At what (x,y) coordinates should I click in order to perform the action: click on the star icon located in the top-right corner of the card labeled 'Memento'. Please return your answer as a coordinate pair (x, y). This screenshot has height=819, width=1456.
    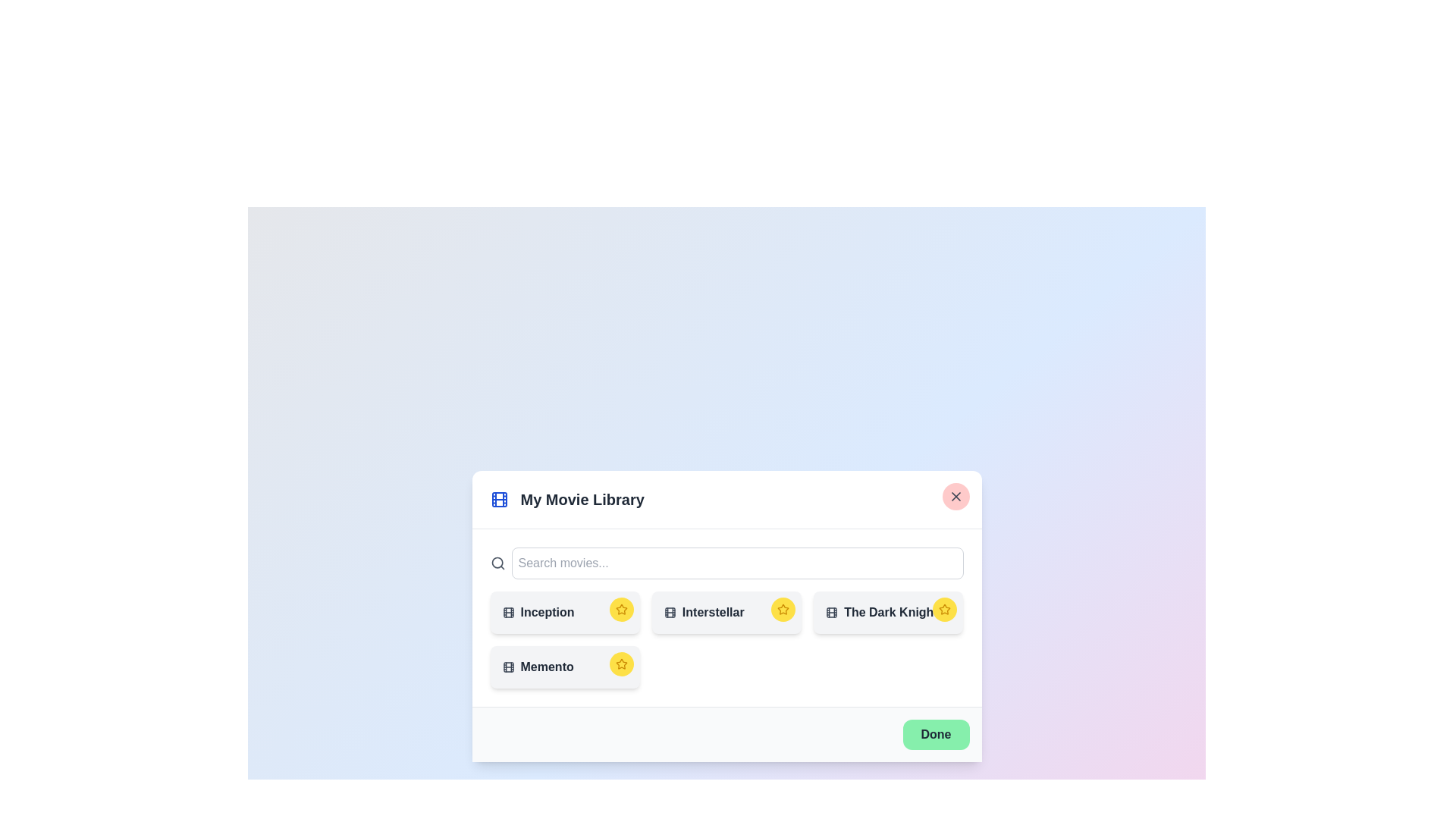
    Looking at the image, I should click on (621, 663).